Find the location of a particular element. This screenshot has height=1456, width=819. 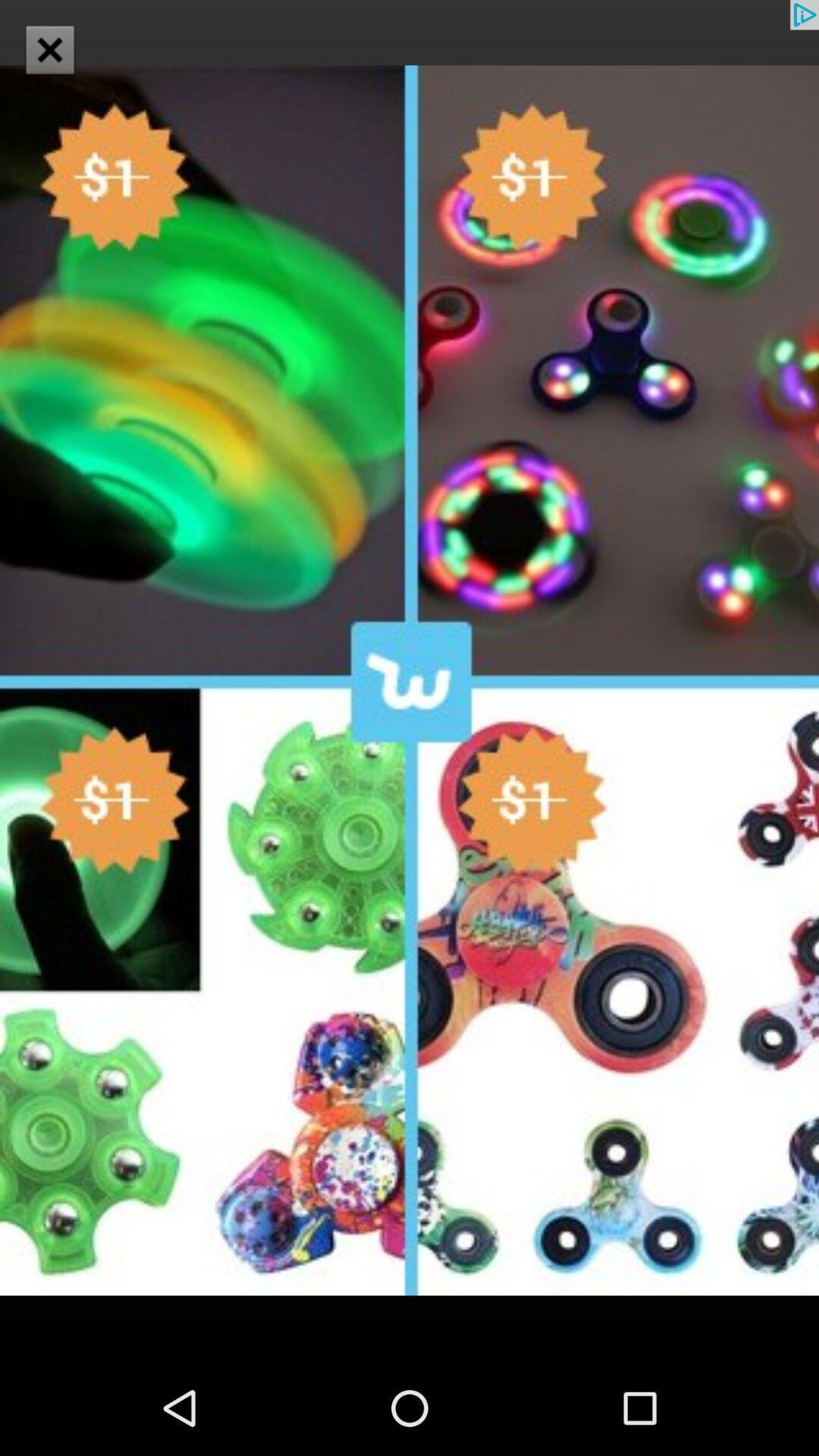

the close icon is located at coordinates (49, 53).